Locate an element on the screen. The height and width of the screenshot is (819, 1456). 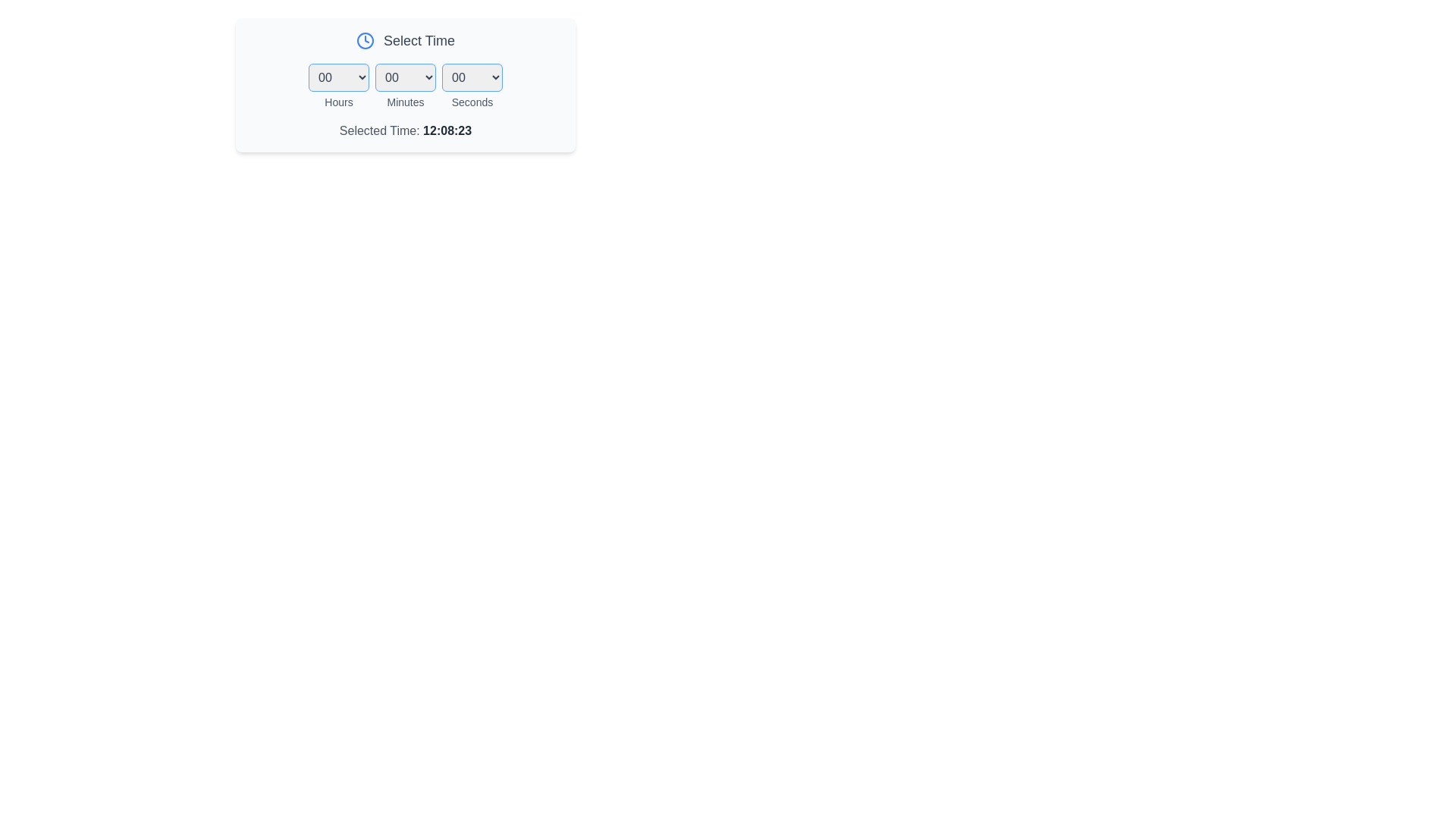
the 'Minutes' text label, which is a small gray text located below the second dropdown menu in the time selection interface is located at coordinates (405, 102).